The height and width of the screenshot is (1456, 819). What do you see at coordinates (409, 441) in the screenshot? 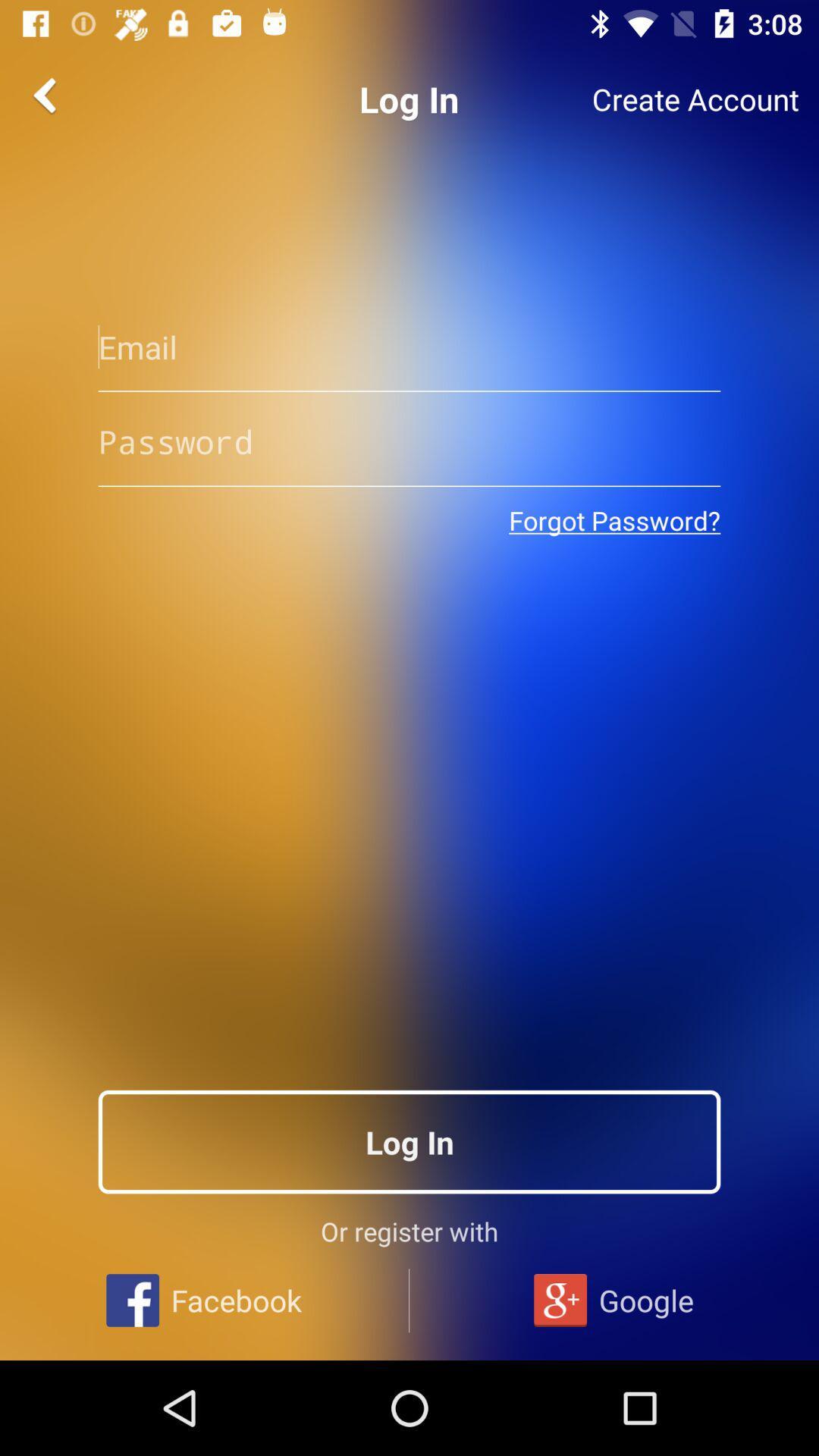
I see `password` at bounding box center [409, 441].